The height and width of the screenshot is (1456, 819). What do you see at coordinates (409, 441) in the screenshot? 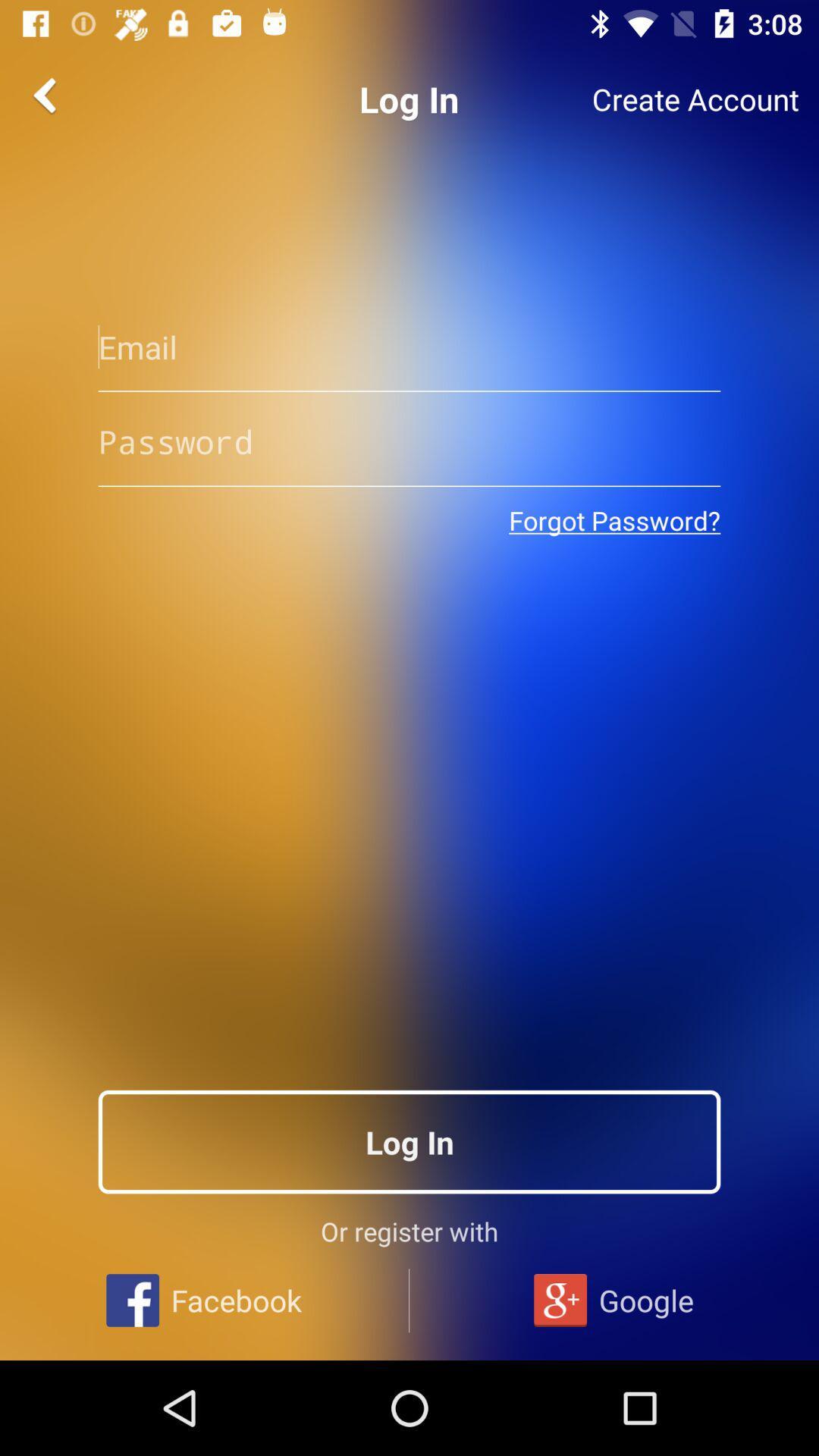
I see `password` at bounding box center [409, 441].